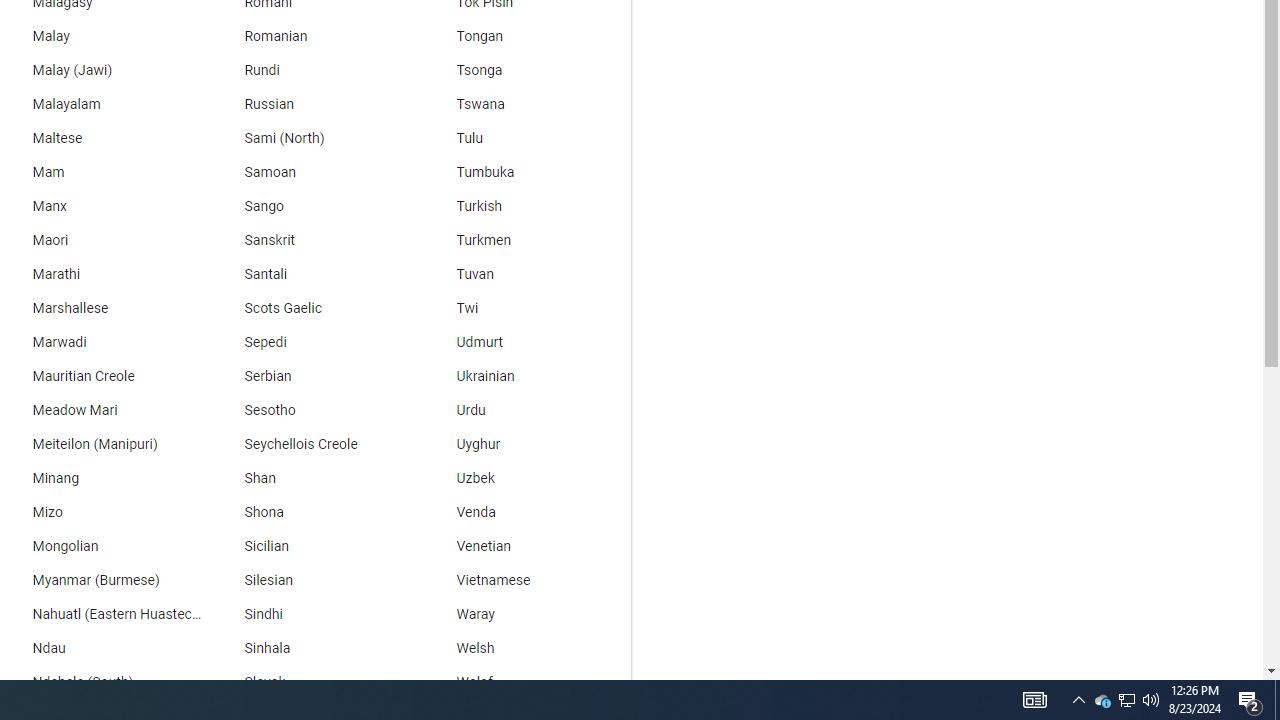 Image resolution: width=1280 pixels, height=720 pixels. I want to click on 'Waray', so click(525, 613).